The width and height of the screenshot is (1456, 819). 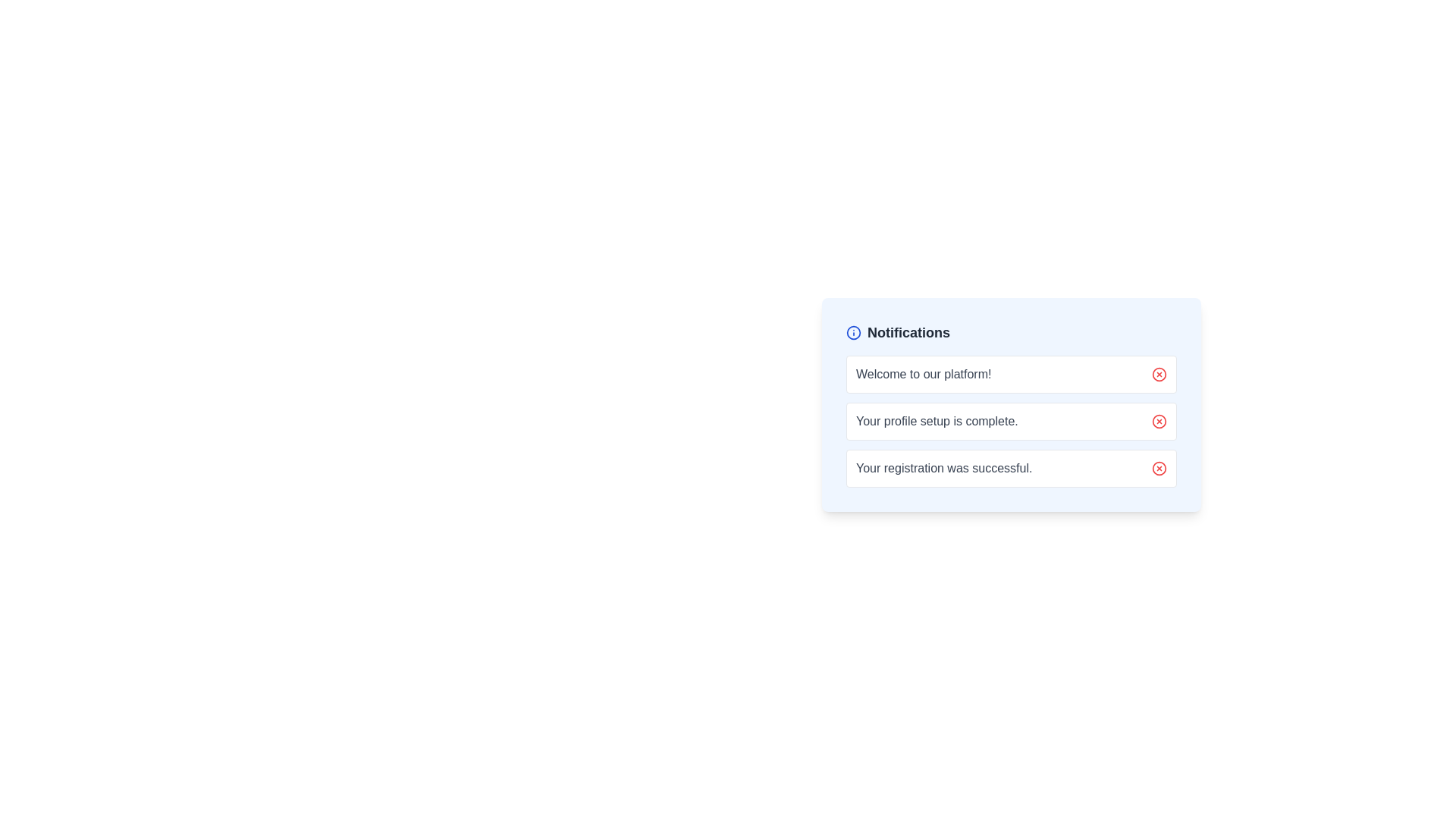 I want to click on the static success message indicating the conclusion of the registration process, which is centrally aligned at the bottom of the notification list, so click(x=943, y=467).